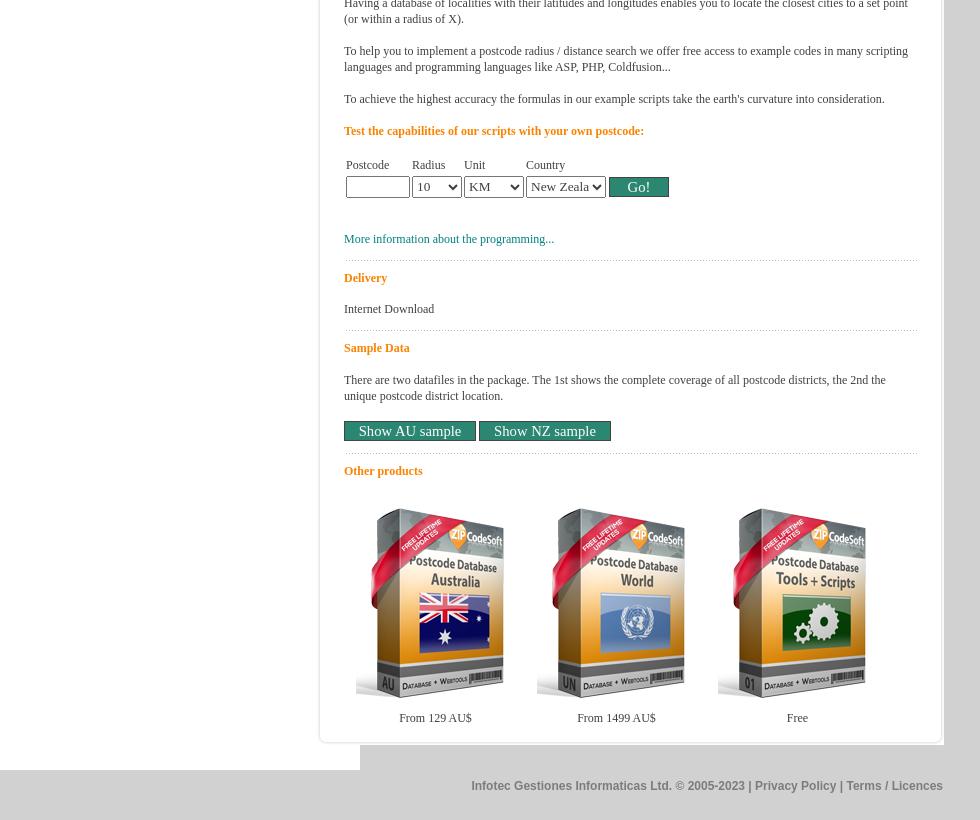 The height and width of the screenshot is (820, 980). What do you see at coordinates (545, 164) in the screenshot?
I see `'Country'` at bounding box center [545, 164].